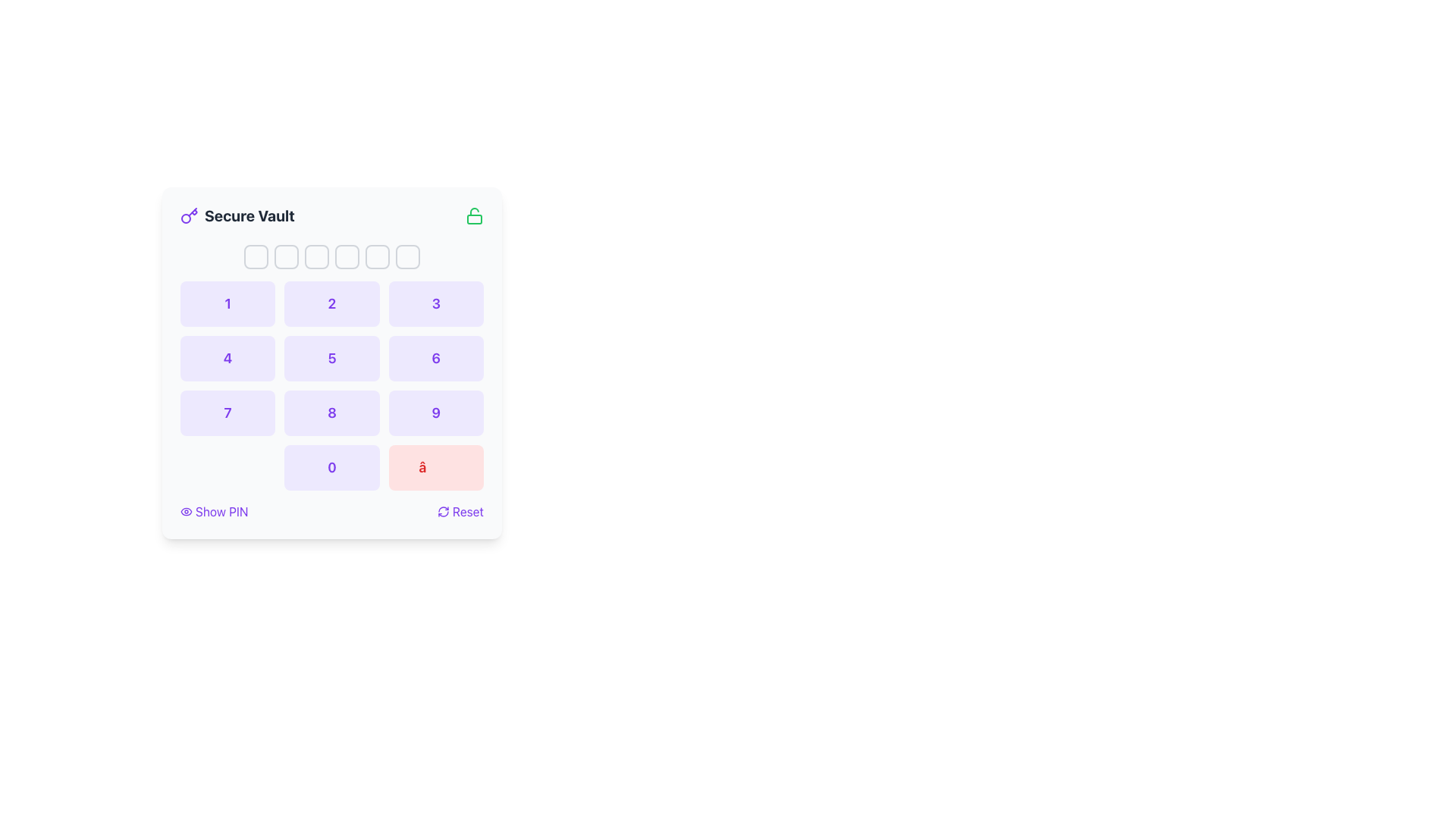 The height and width of the screenshot is (819, 1456). Describe the element at coordinates (227, 304) in the screenshot. I see `the button labeled '1' with a soft violet background in the Secure Vault keypad interface to input the numeric value '1'` at that location.